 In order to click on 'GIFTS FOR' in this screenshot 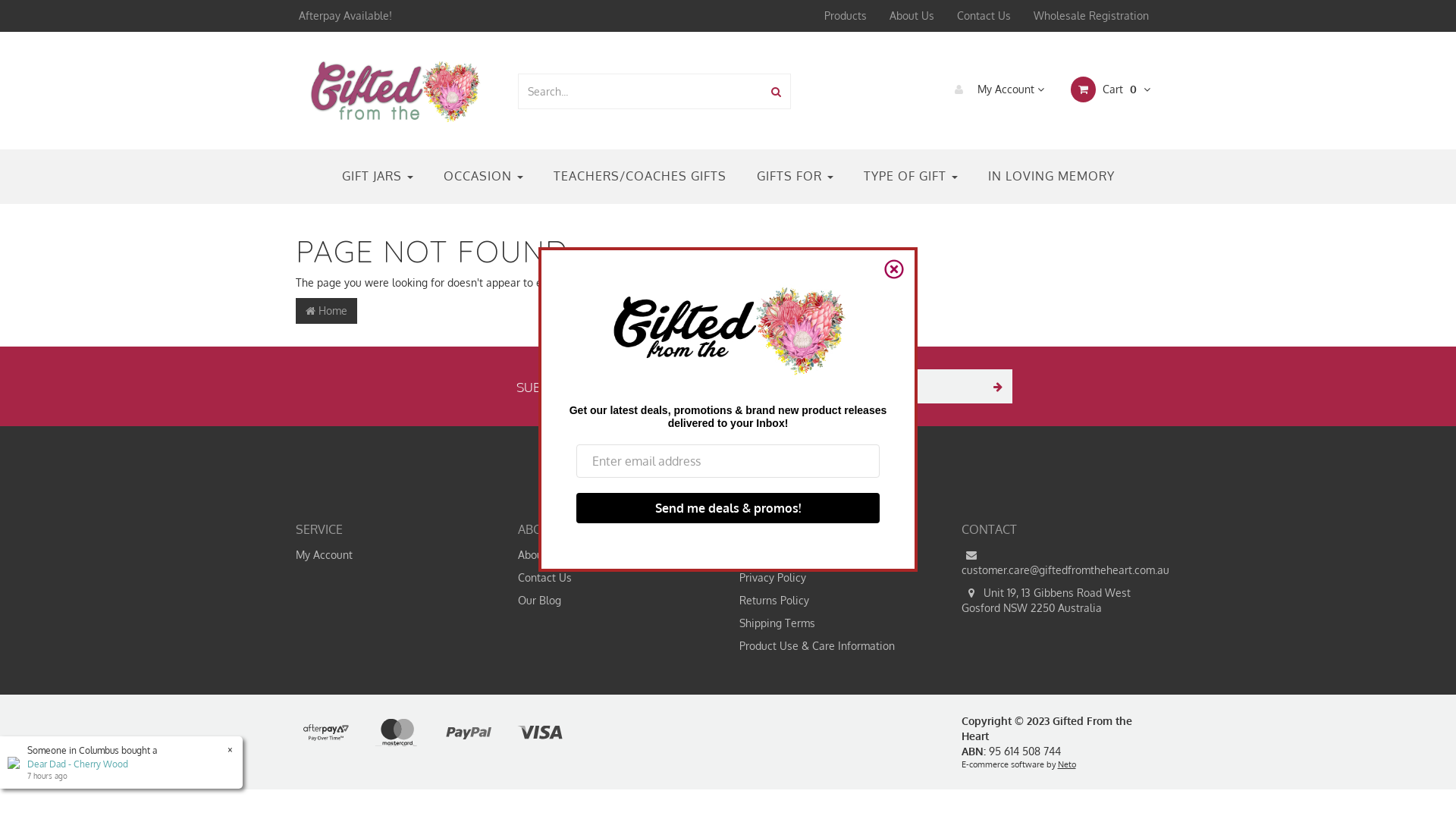, I will do `click(794, 175)`.